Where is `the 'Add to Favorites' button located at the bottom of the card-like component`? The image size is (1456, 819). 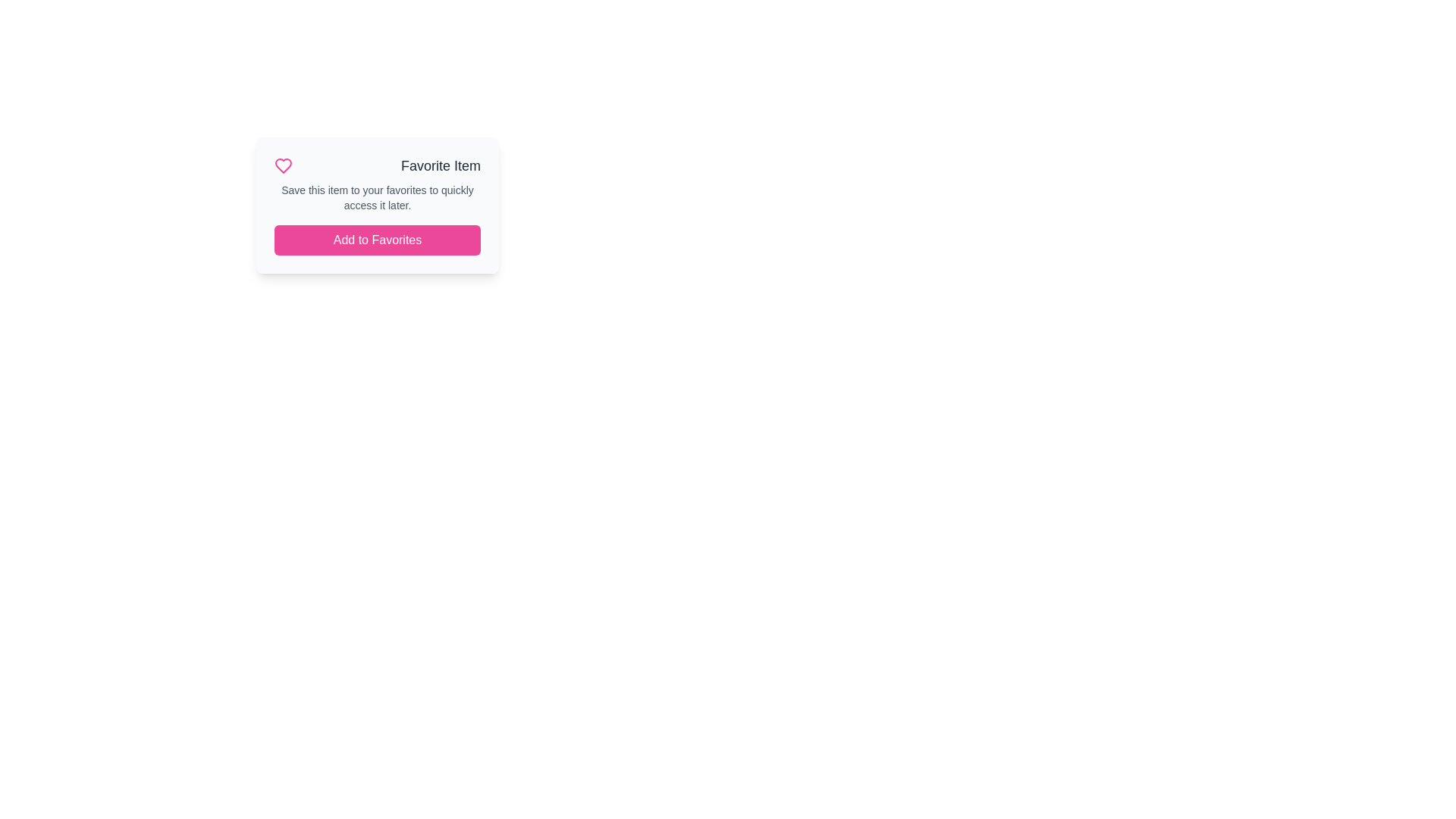
the 'Add to Favorites' button located at the bottom of the card-like component is located at coordinates (378, 239).